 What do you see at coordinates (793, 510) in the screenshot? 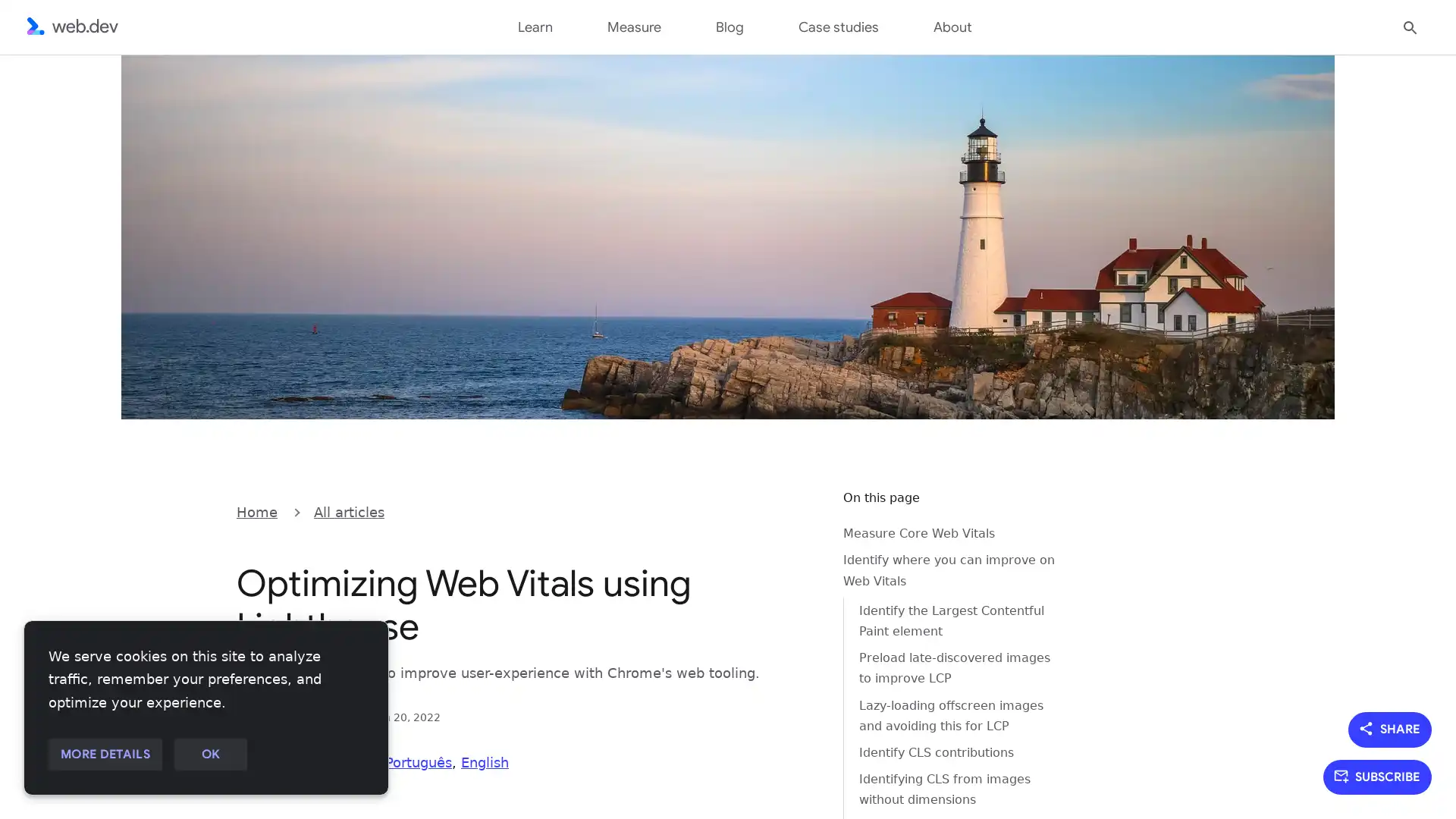
I see `Copy code` at bounding box center [793, 510].